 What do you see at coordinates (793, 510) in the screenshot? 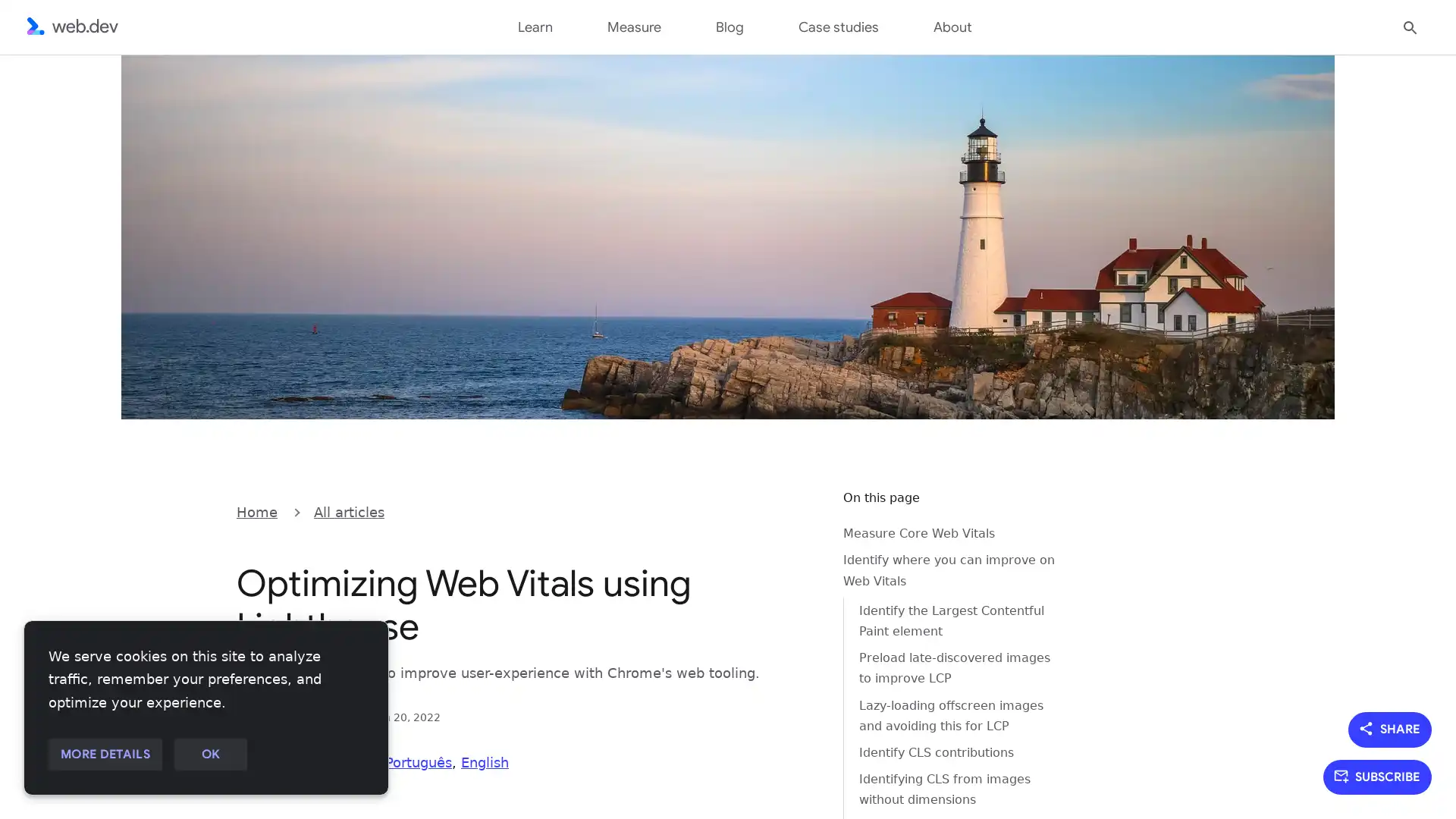
I see `Copy code` at bounding box center [793, 510].